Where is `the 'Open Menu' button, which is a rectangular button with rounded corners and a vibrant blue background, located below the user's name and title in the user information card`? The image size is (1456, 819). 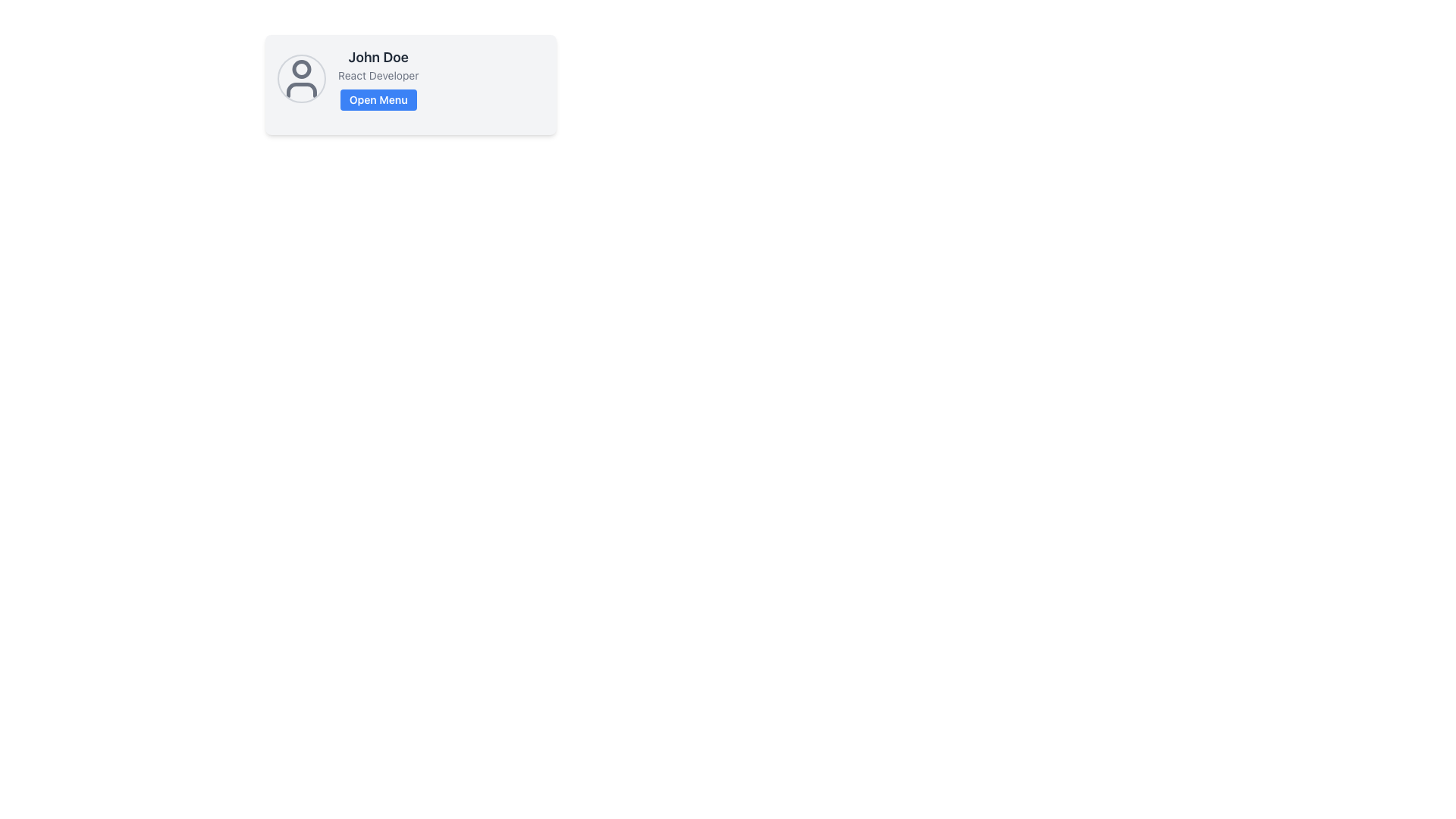 the 'Open Menu' button, which is a rectangular button with rounded corners and a vibrant blue background, located below the user's name and title in the user information card is located at coordinates (378, 99).